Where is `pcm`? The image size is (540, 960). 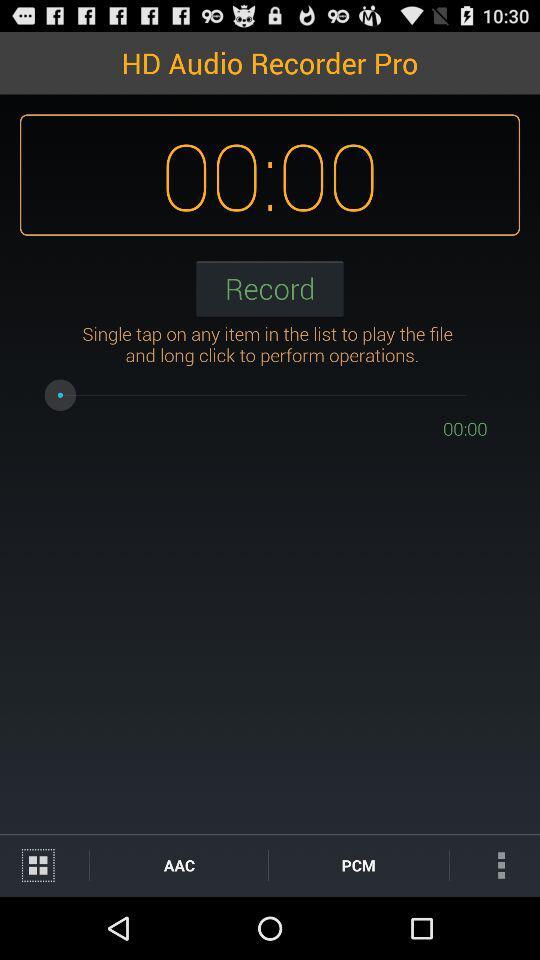 pcm is located at coordinates (357, 864).